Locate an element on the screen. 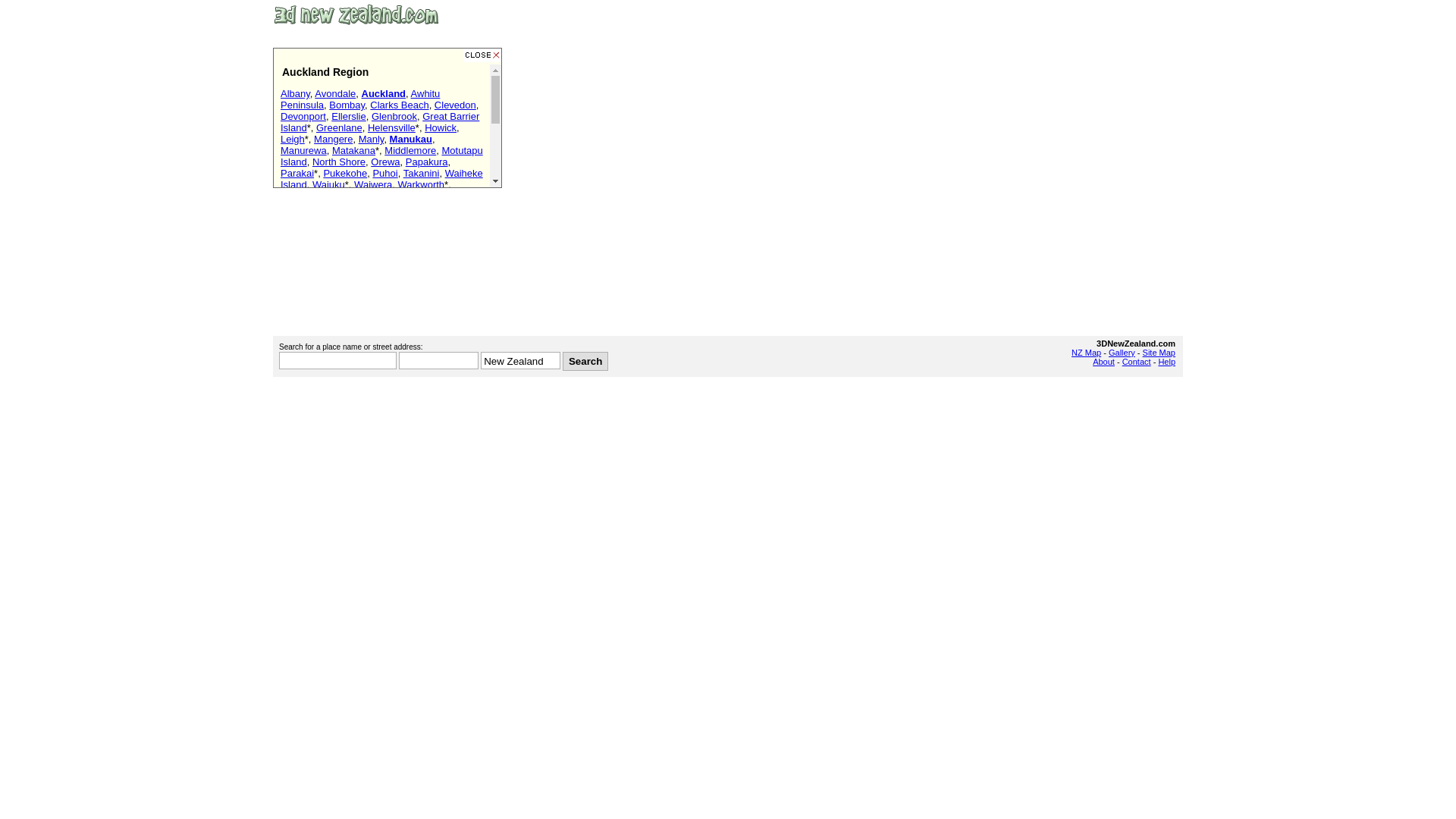 The width and height of the screenshot is (1456, 819). 'Help' is located at coordinates (1156, 362).